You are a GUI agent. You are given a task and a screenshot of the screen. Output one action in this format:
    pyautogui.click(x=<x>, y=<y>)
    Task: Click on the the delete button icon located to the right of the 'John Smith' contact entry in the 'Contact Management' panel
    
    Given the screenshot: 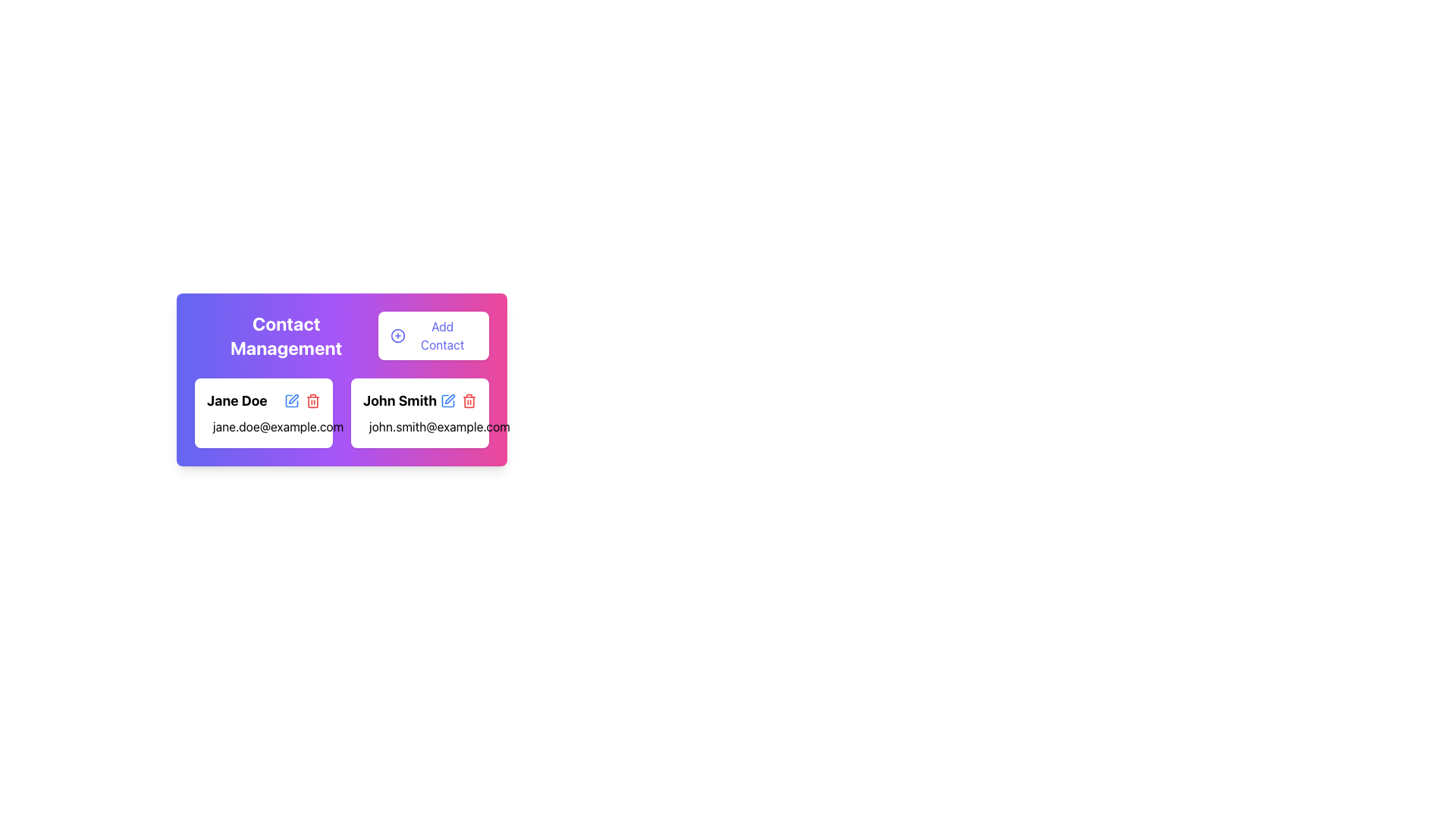 What is the action you would take?
    pyautogui.click(x=312, y=400)
    